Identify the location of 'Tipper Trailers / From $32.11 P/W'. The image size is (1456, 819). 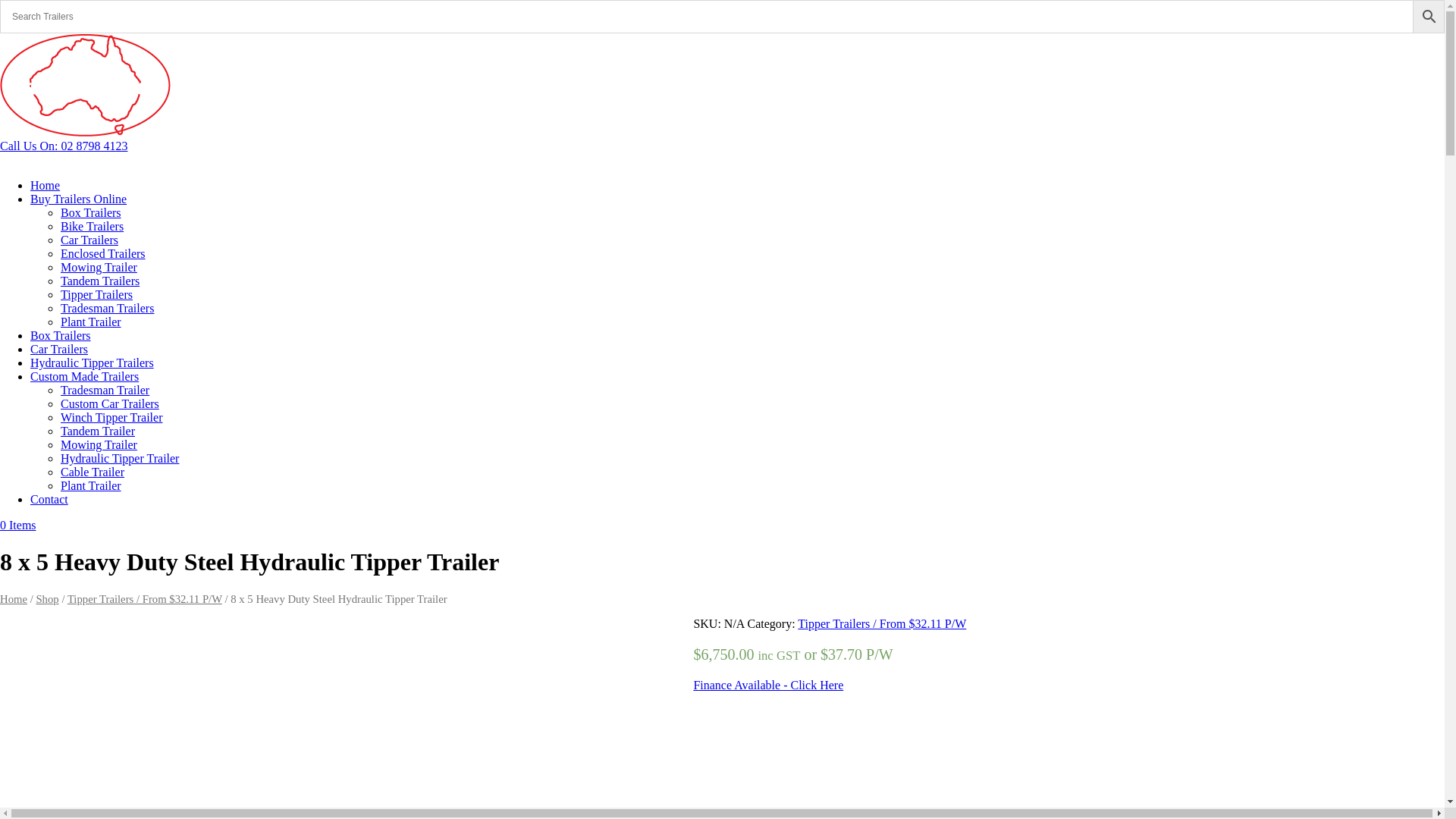
(67, 598).